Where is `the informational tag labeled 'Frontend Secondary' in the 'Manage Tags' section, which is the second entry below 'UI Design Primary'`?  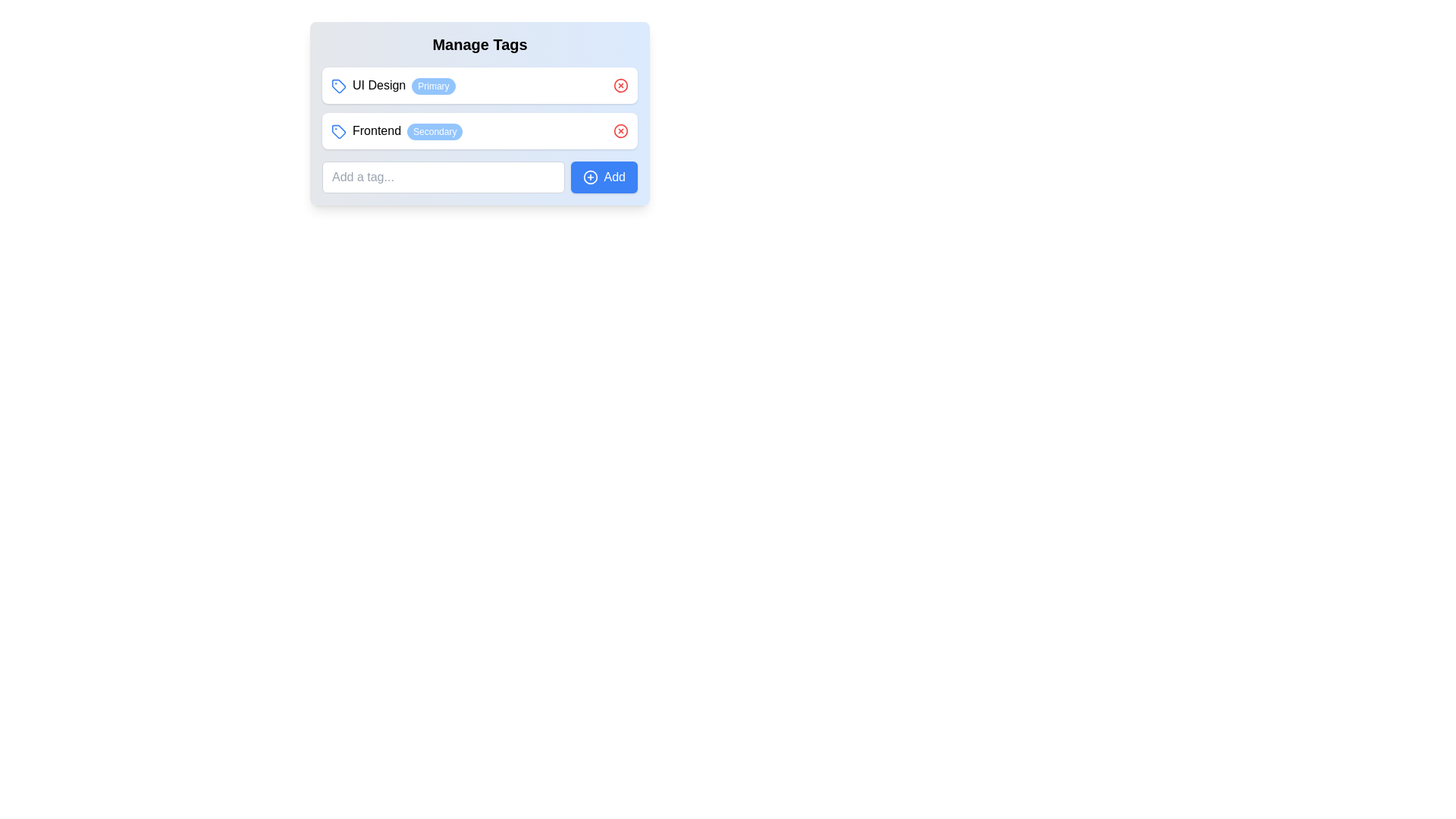
the informational tag labeled 'Frontend Secondary' in the 'Manage Tags' section, which is the second entry below 'UI Design Primary' is located at coordinates (479, 130).